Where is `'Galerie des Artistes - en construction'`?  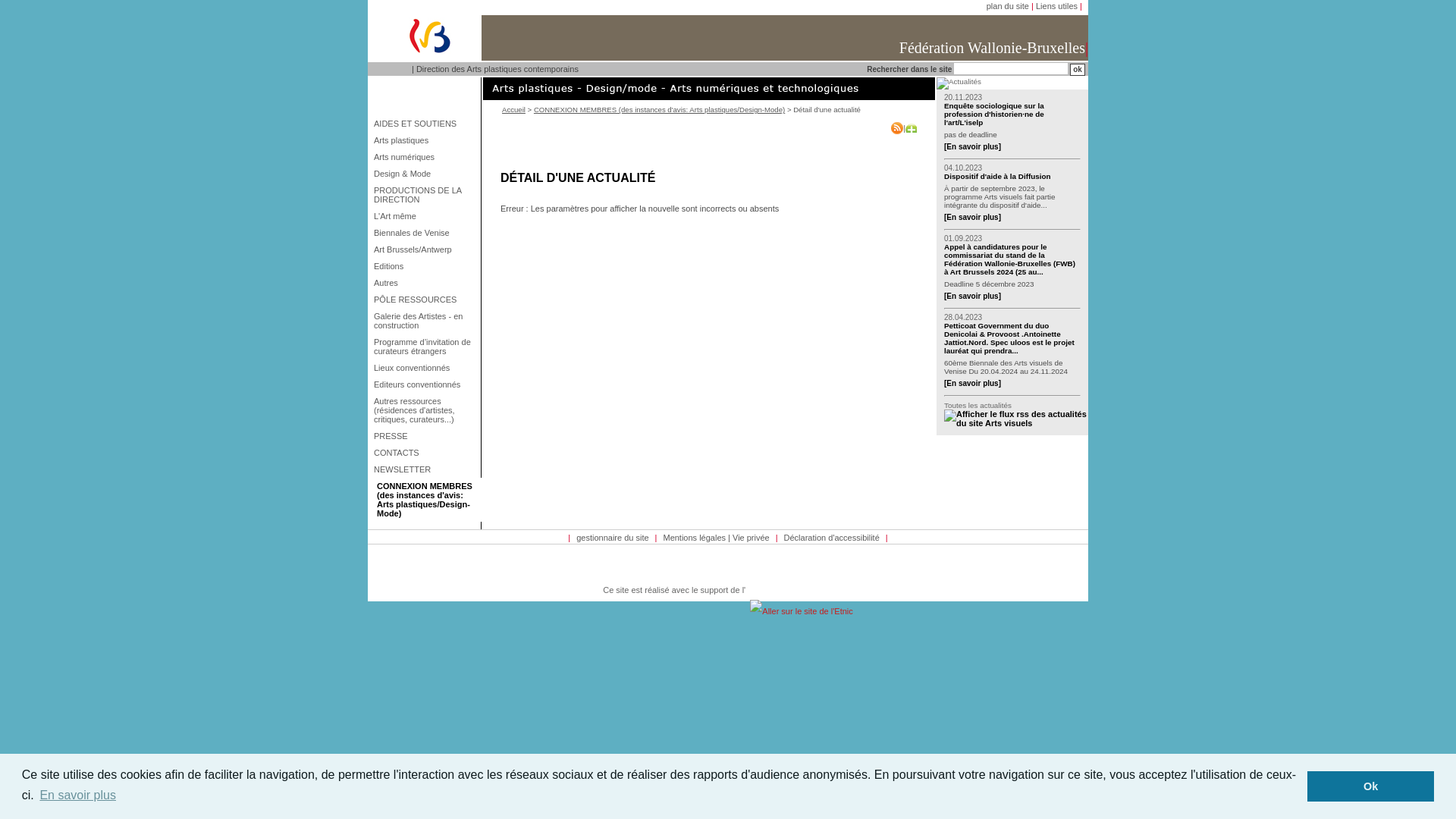 'Galerie des Artistes - en construction' is located at coordinates (425, 320).